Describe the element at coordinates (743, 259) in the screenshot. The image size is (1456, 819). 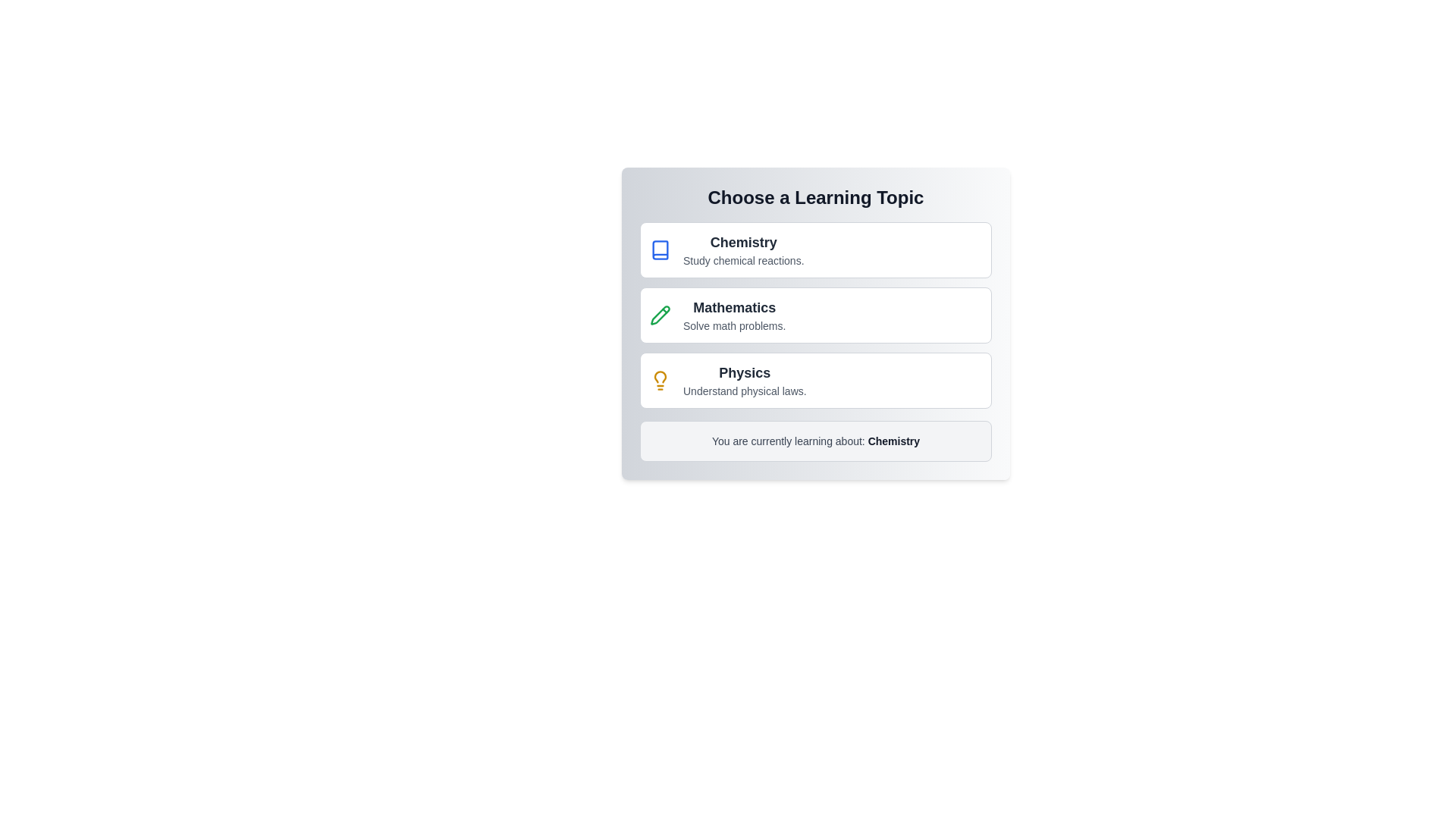
I see `the static text element displaying the phrase 'Study chemical reactions.' which is positioned under the title 'Chemistry' within a card-like selection box` at that location.